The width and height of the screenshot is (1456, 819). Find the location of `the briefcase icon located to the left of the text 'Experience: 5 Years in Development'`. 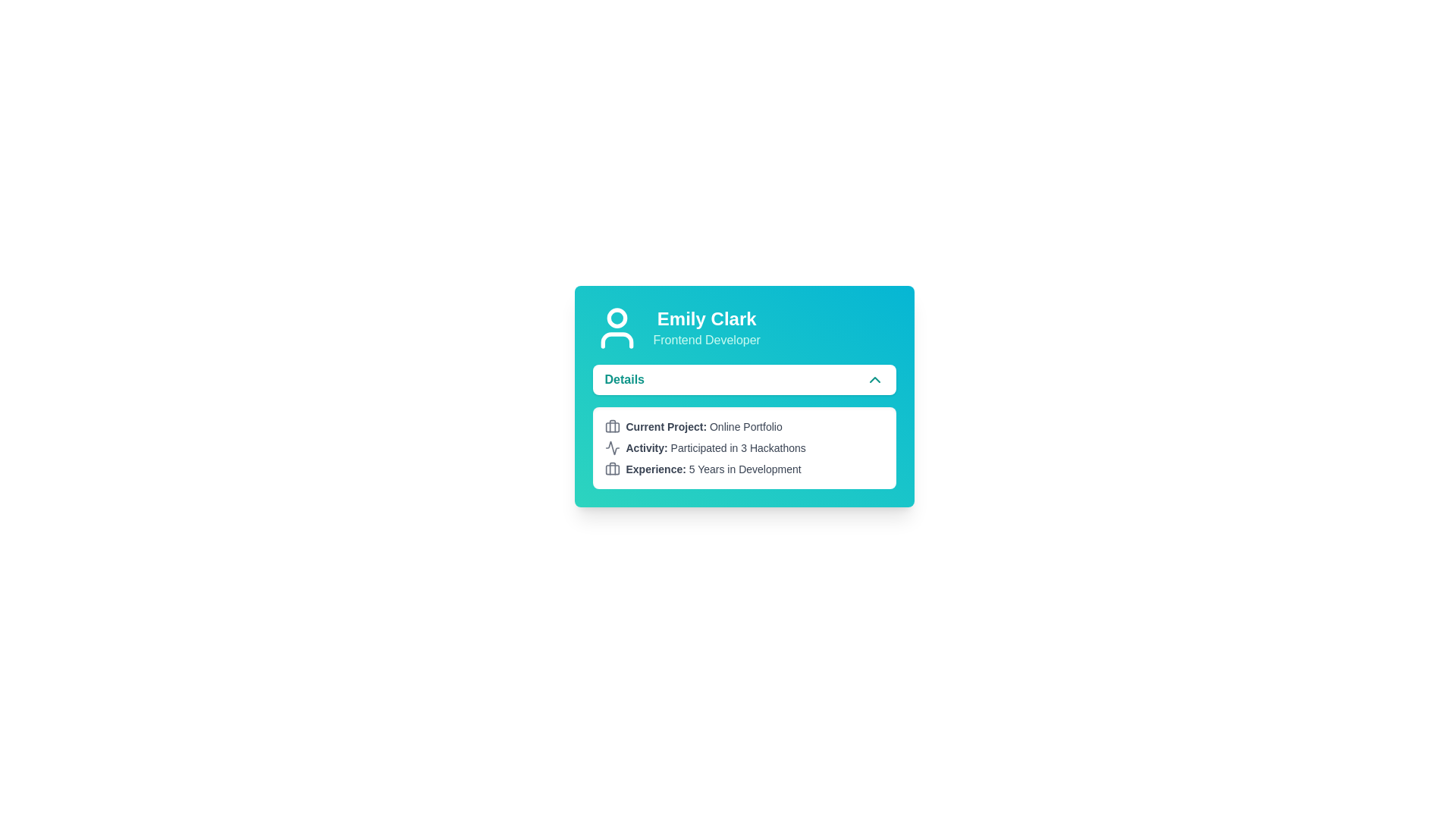

the briefcase icon located to the left of the text 'Experience: 5 Years in Development' is located at coordinates (612, 468).